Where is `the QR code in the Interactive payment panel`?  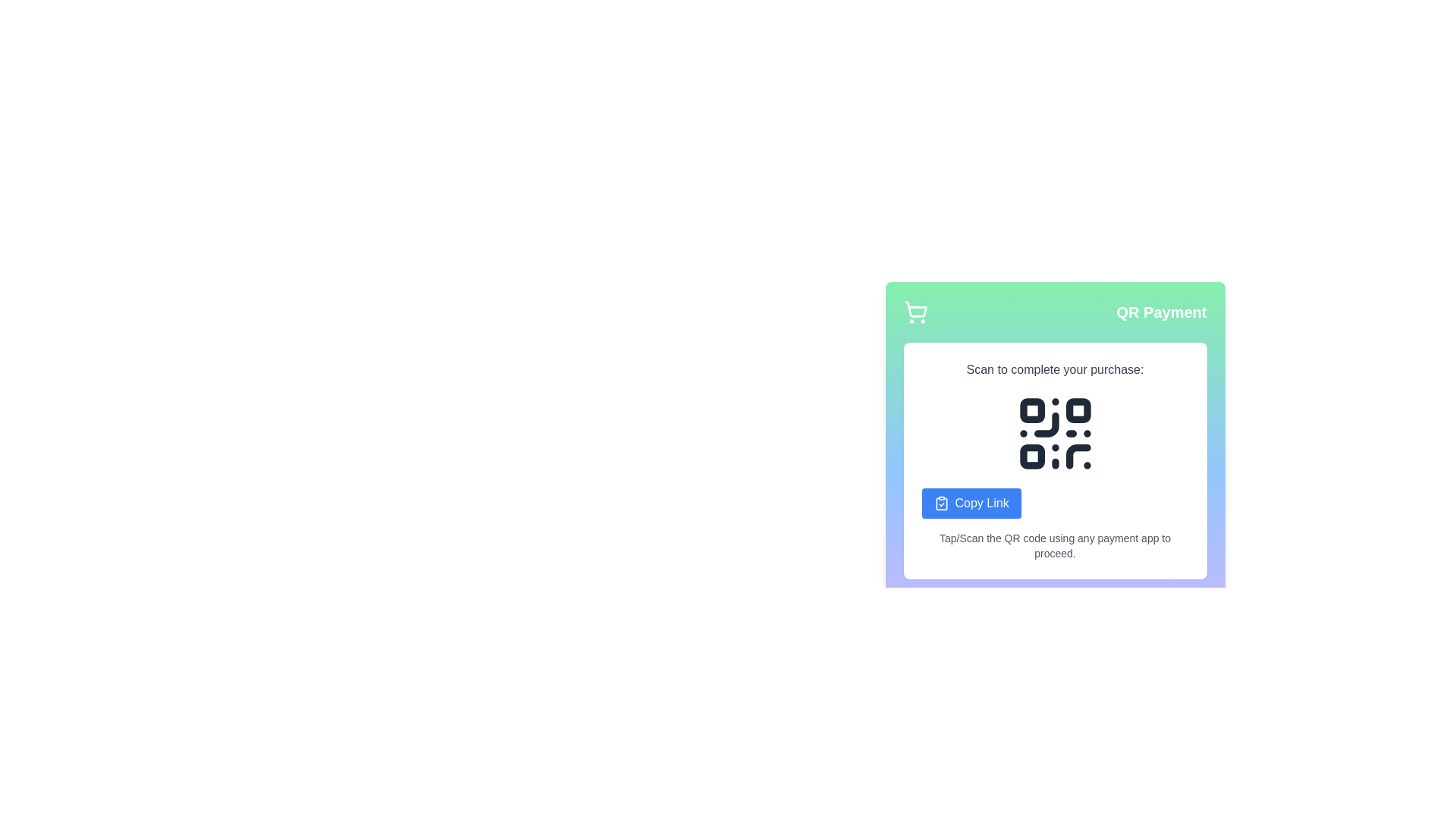 the QR code in the Interactive payment panel is located at coordinates (1054, 425).